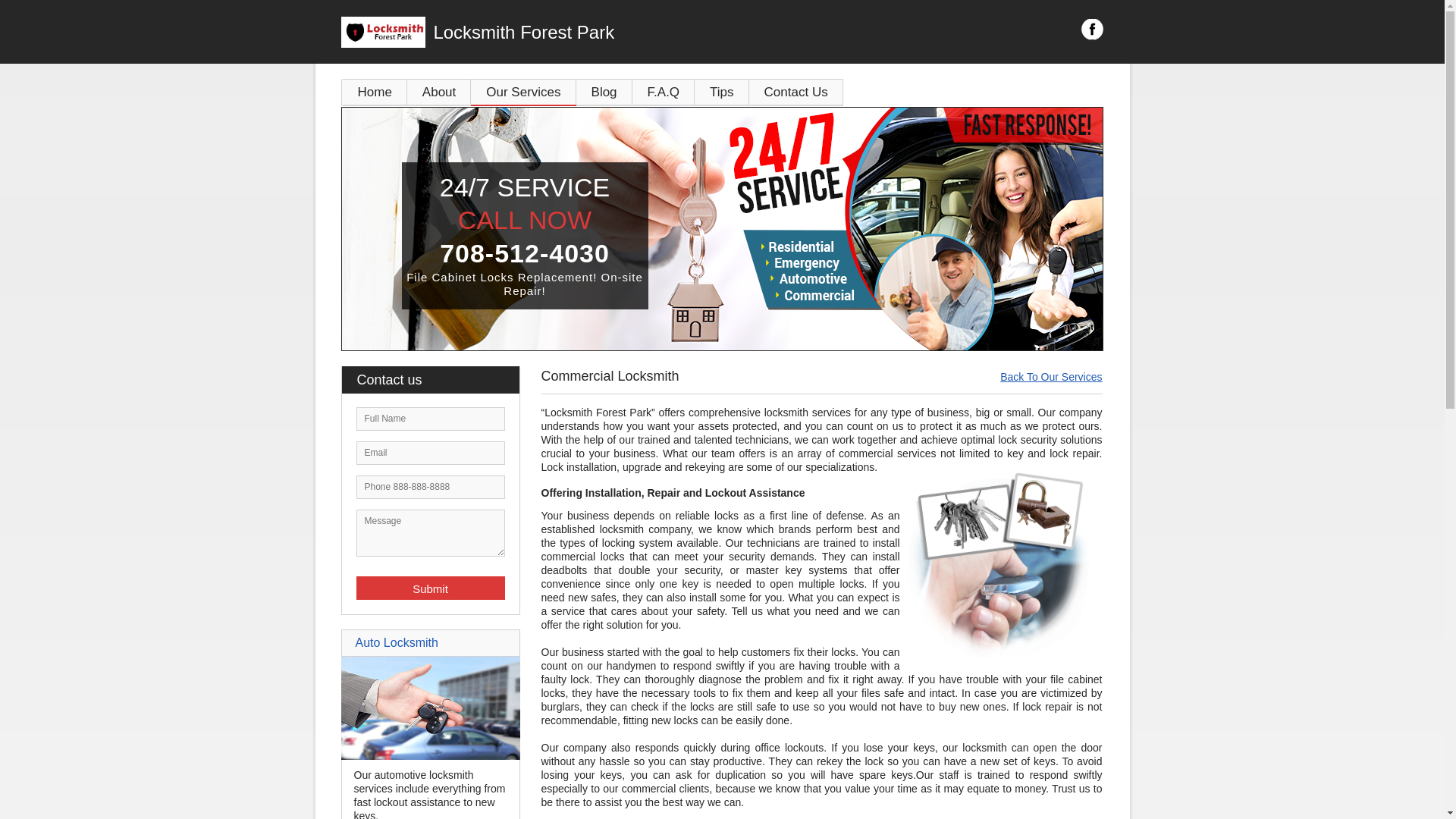 The height and width of the screenshot is (819, 1456). What do you see at coordinates (603, 92) in the screenshot?
I see `'Blog'` at bounding box center [603, 92].